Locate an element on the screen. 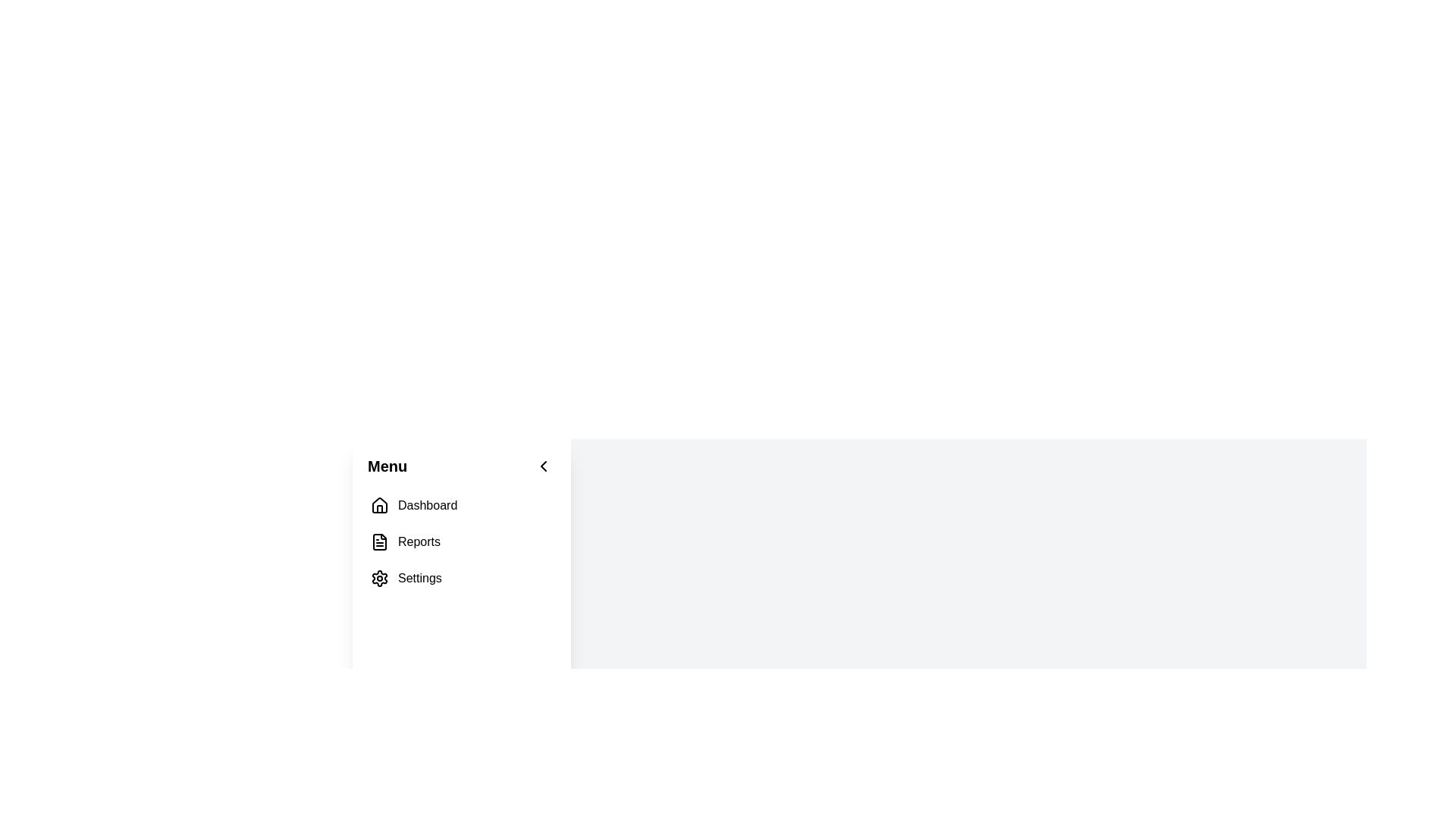  'Settings' navigation link, which is styled with a gear icon and is the third item in the vertical sidebar menu, located below the 'Dashboard' and 'Reports' items is located at coordinates (461, 579).